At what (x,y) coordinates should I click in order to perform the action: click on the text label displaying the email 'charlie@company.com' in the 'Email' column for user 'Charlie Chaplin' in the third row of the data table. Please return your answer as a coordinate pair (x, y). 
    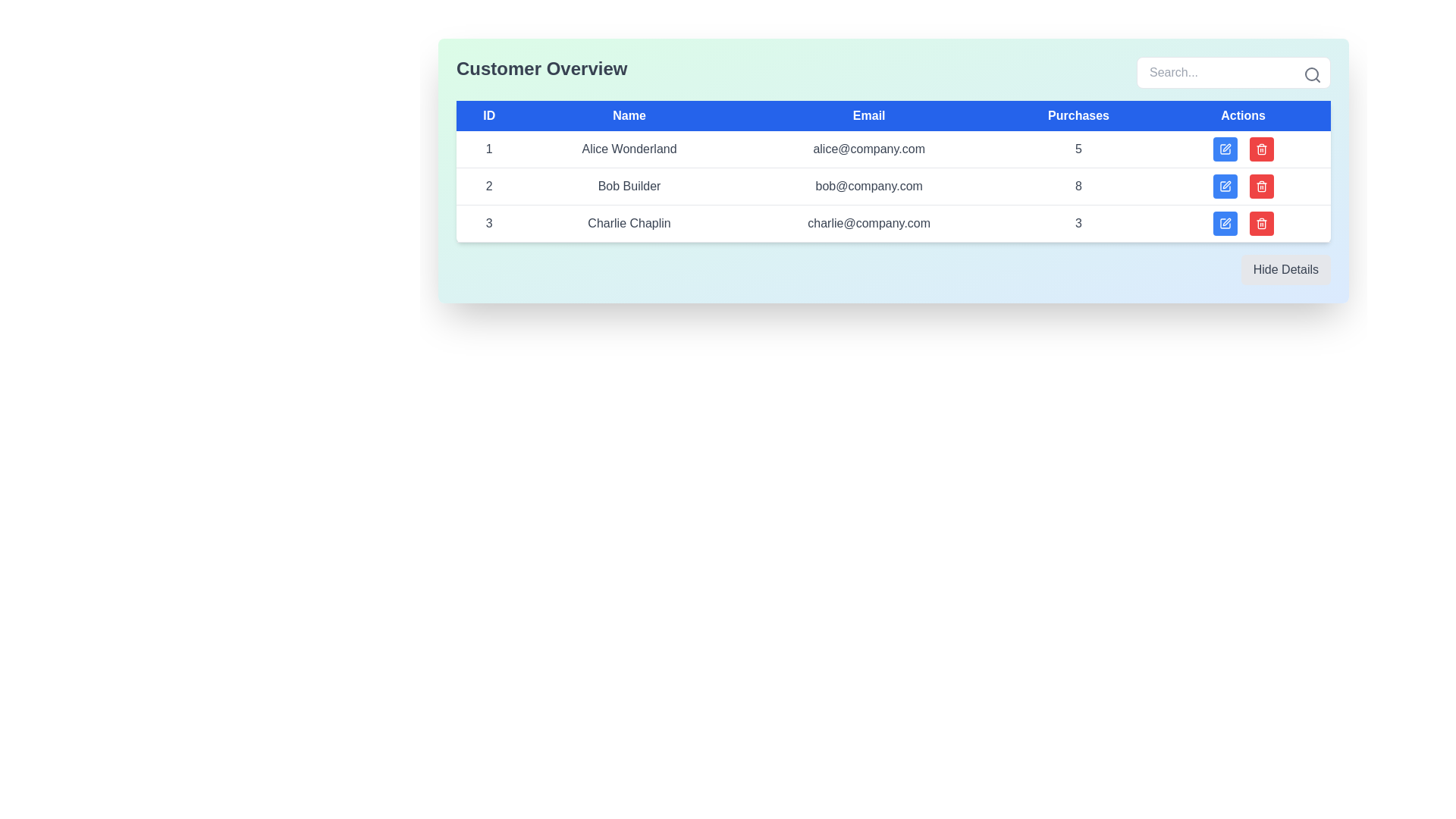
    Looking at the image, I should click on (869, 223).